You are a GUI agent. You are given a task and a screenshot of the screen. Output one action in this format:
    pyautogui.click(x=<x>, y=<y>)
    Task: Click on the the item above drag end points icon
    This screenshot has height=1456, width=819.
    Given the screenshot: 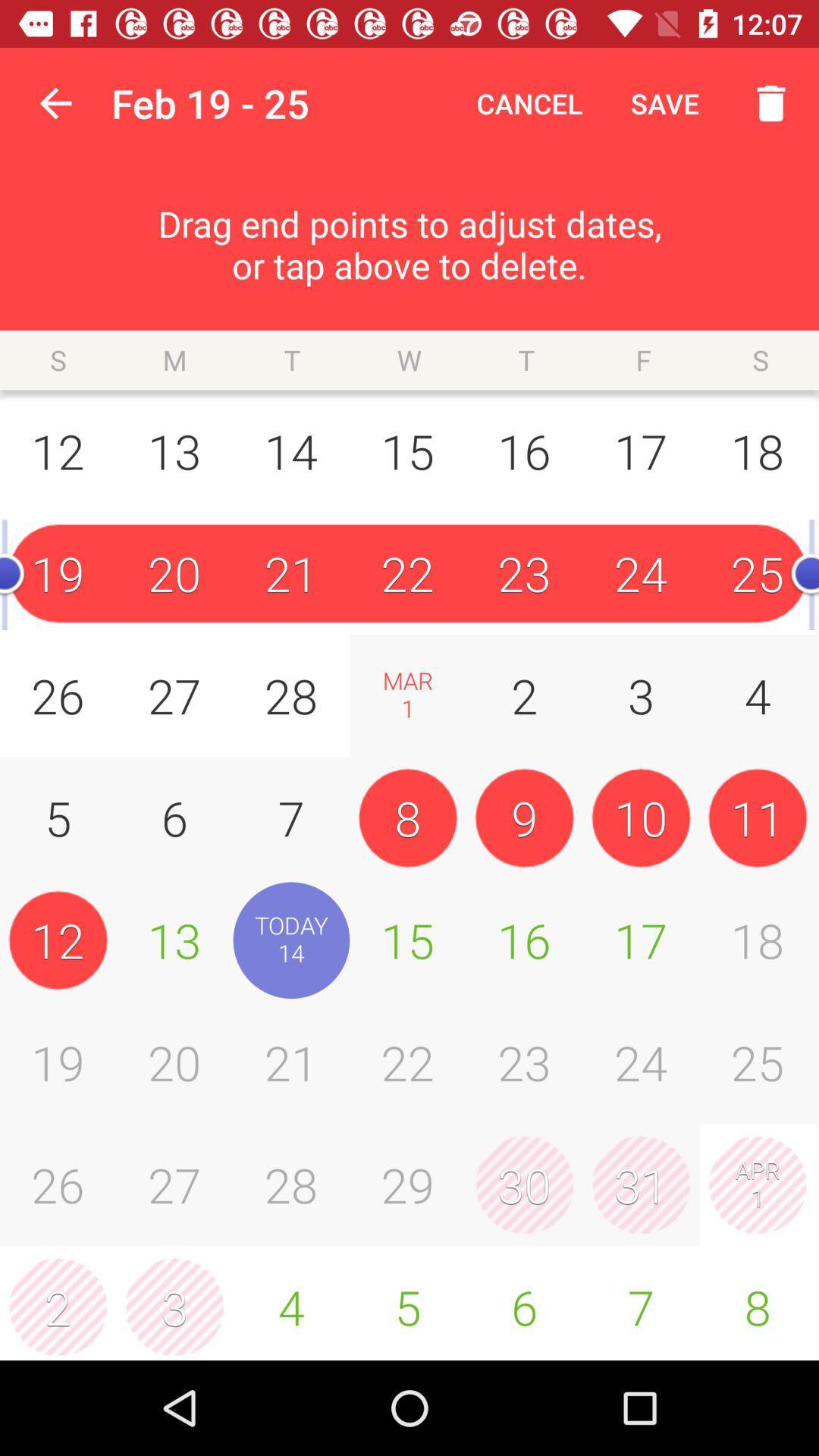 What is the action you would take?
    pyautogui.click(x=55, y=102)
    